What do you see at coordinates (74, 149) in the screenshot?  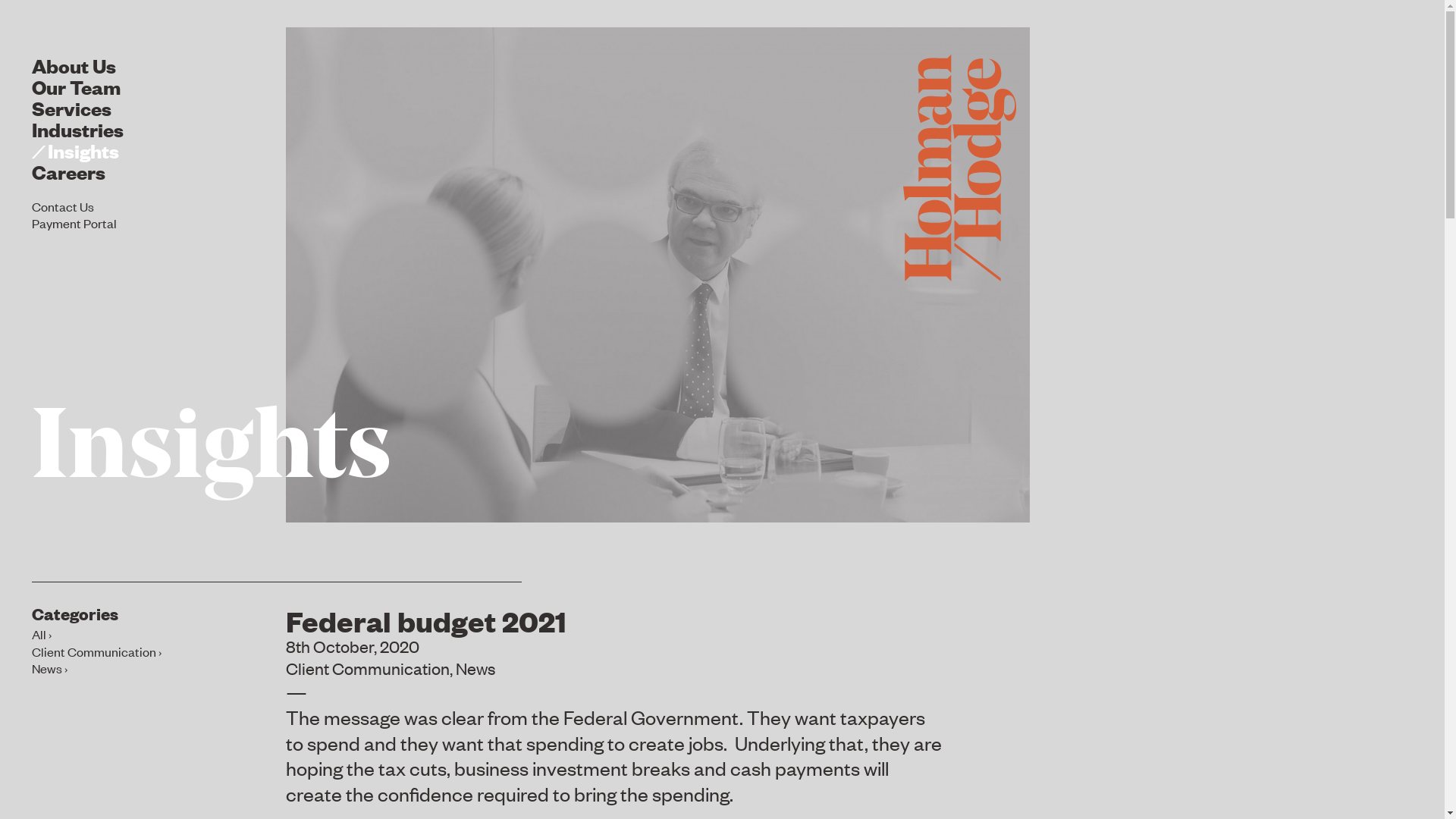 I see `'Insights'` at bounding box center [74, 149].